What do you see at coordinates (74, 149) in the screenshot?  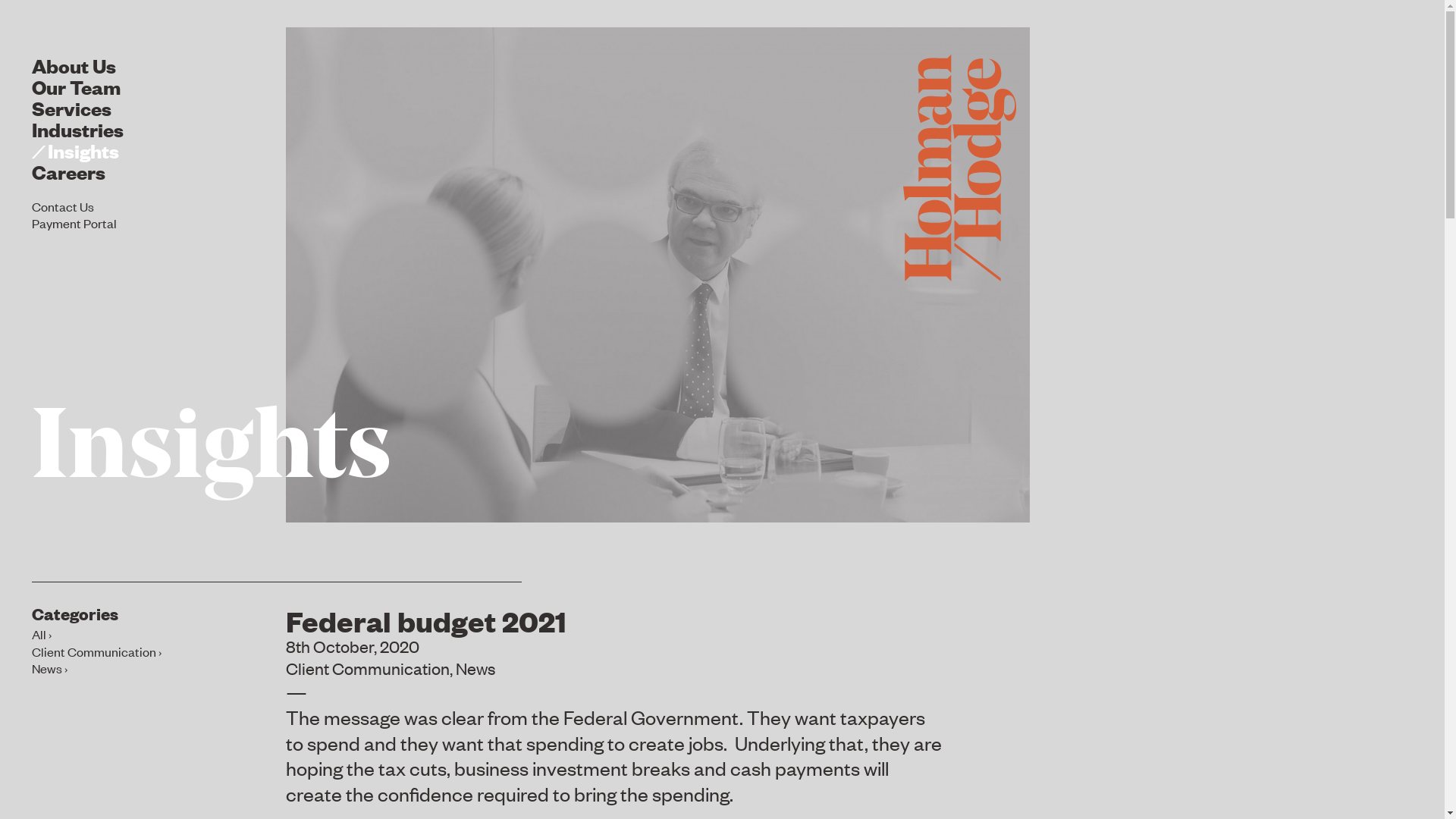 I see `'Insights'` at bounding box center [74, 149].